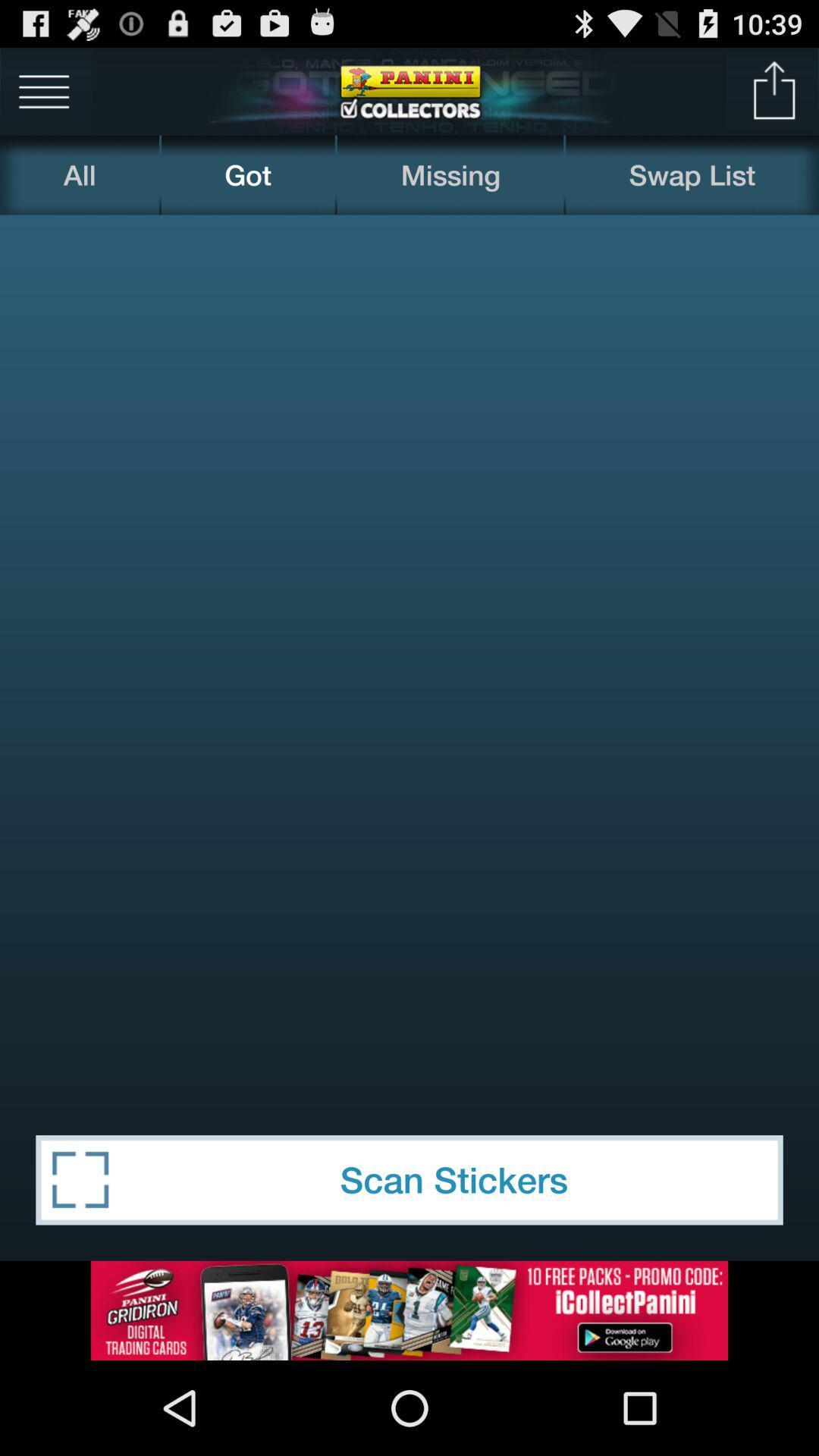 Image resolution: width=819 pixels, height=1456 pixels. I want to click on the icon above all item, so click(43, 90).